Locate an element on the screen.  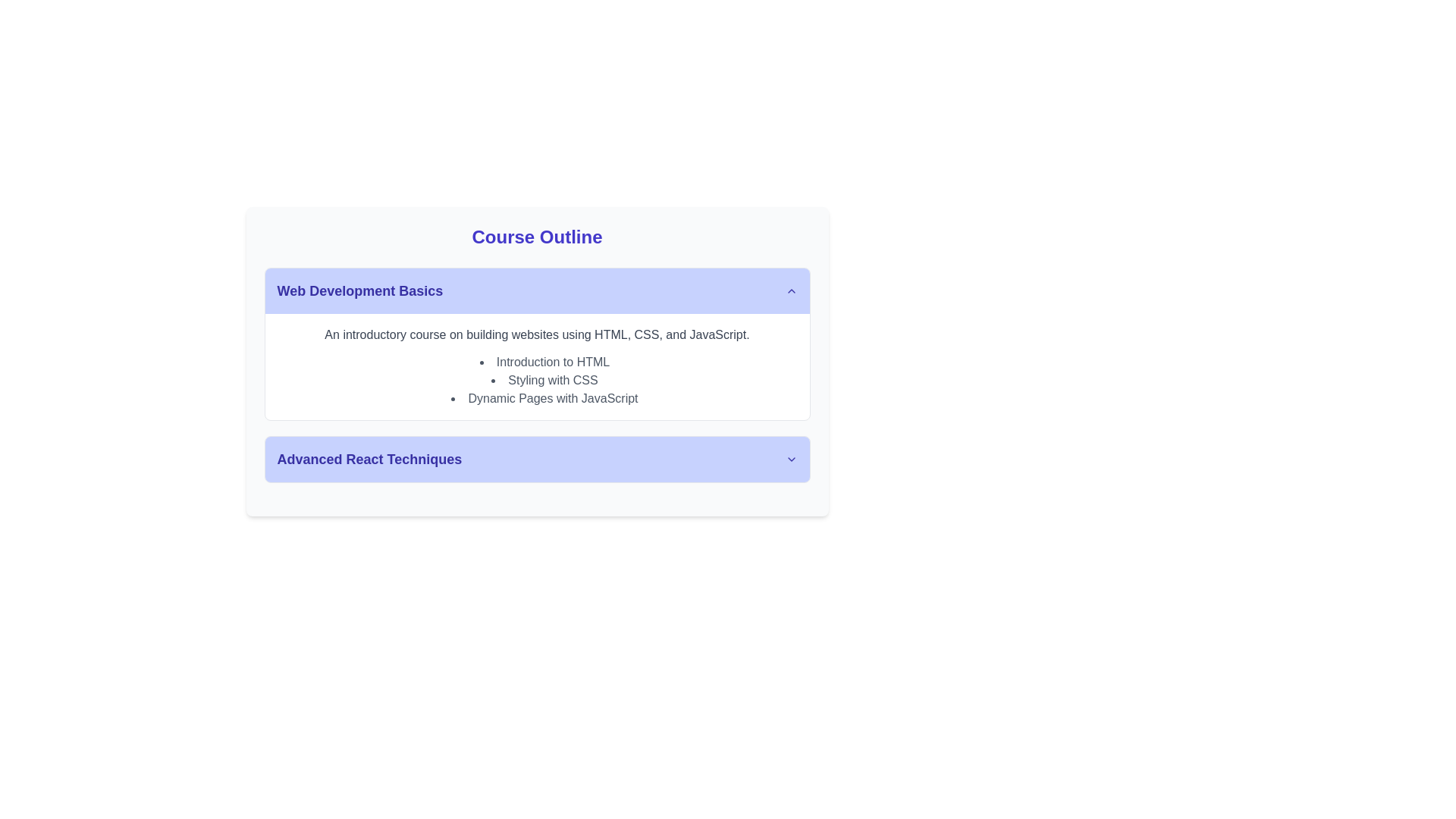
the collapsible sections of the 'Course Outline' panel, which includes 'Web Development Basics' and 'Advanced React Techniques' is located at coordinates (537, 363).